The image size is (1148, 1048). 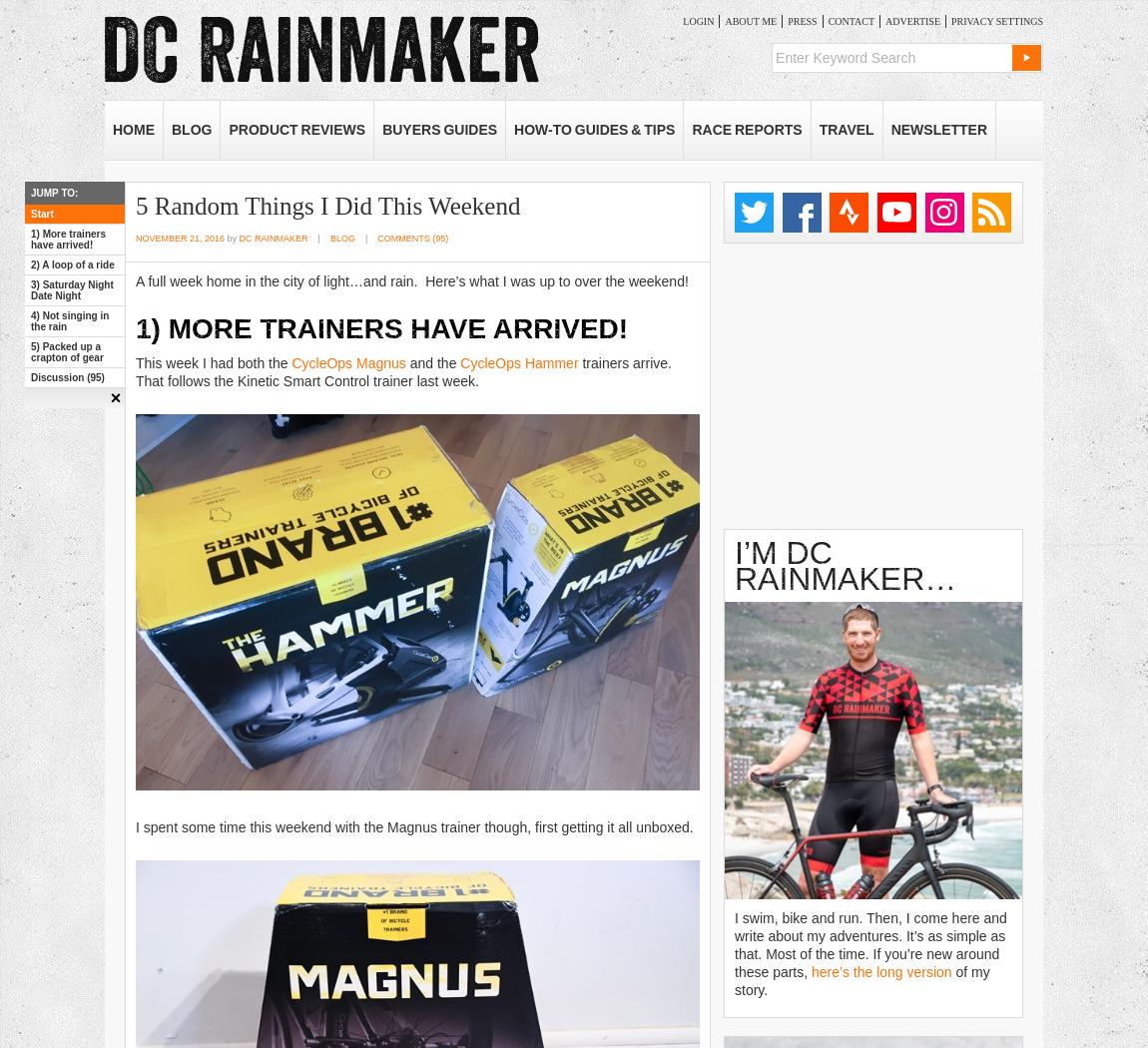 I want to click on '2) A loop of a ride', so click(x=30, y=263).